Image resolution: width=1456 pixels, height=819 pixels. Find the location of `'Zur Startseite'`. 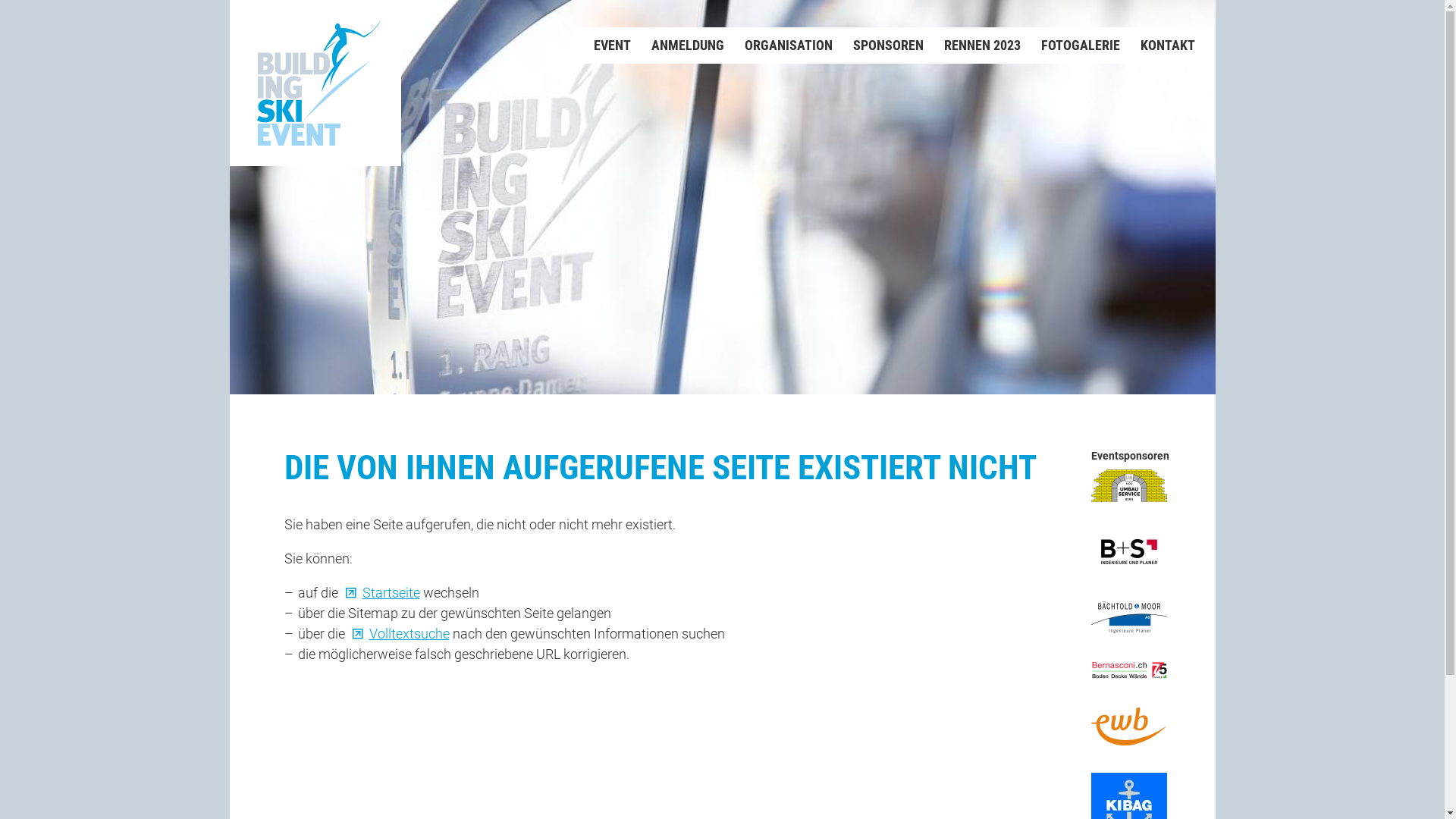

'Zur Startseite' is located at coordinates (314, 83).